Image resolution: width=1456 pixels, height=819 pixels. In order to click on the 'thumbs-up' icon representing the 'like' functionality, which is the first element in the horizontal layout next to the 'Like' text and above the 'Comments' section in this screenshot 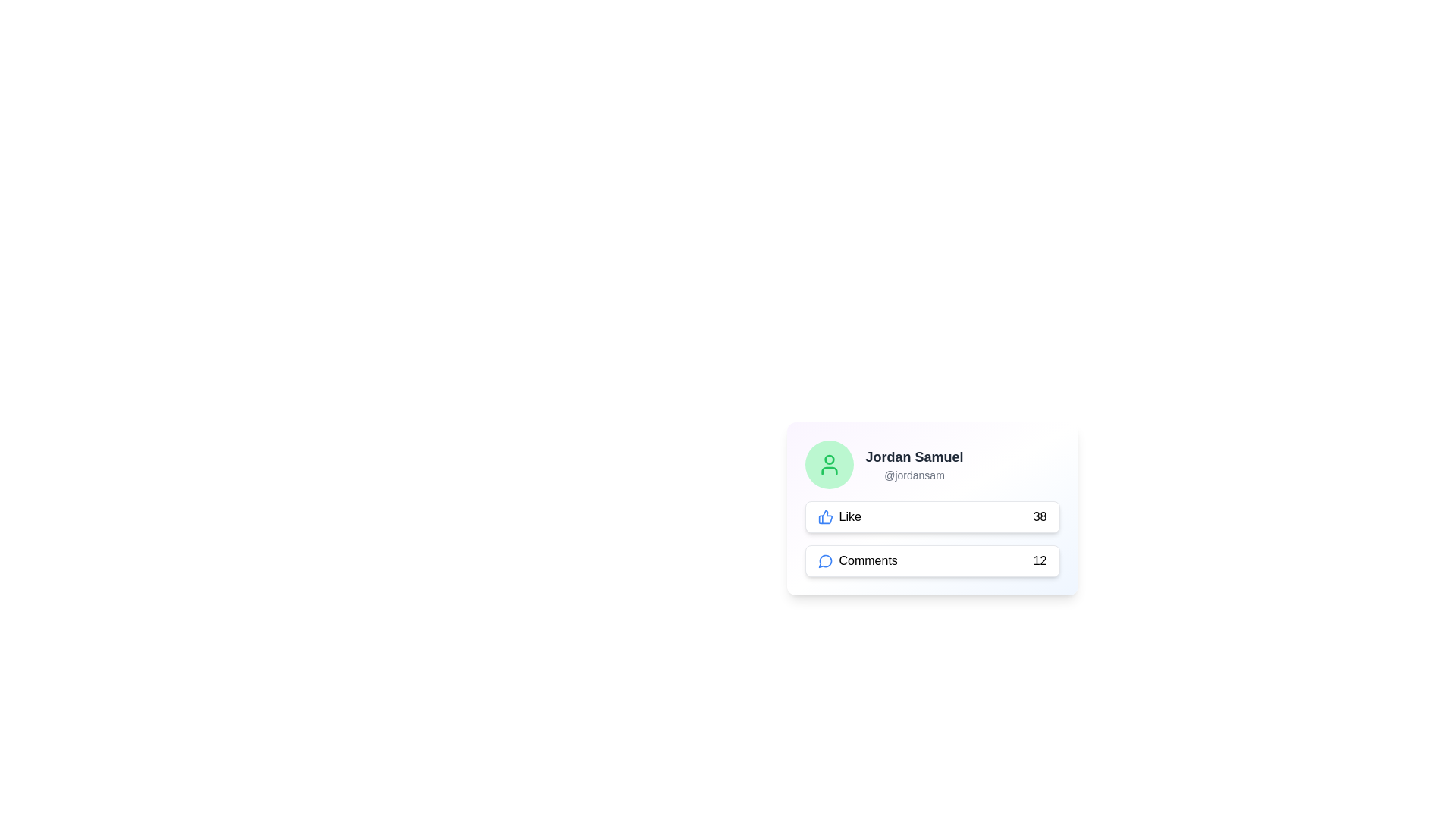, I will do `click(824, 516)`.